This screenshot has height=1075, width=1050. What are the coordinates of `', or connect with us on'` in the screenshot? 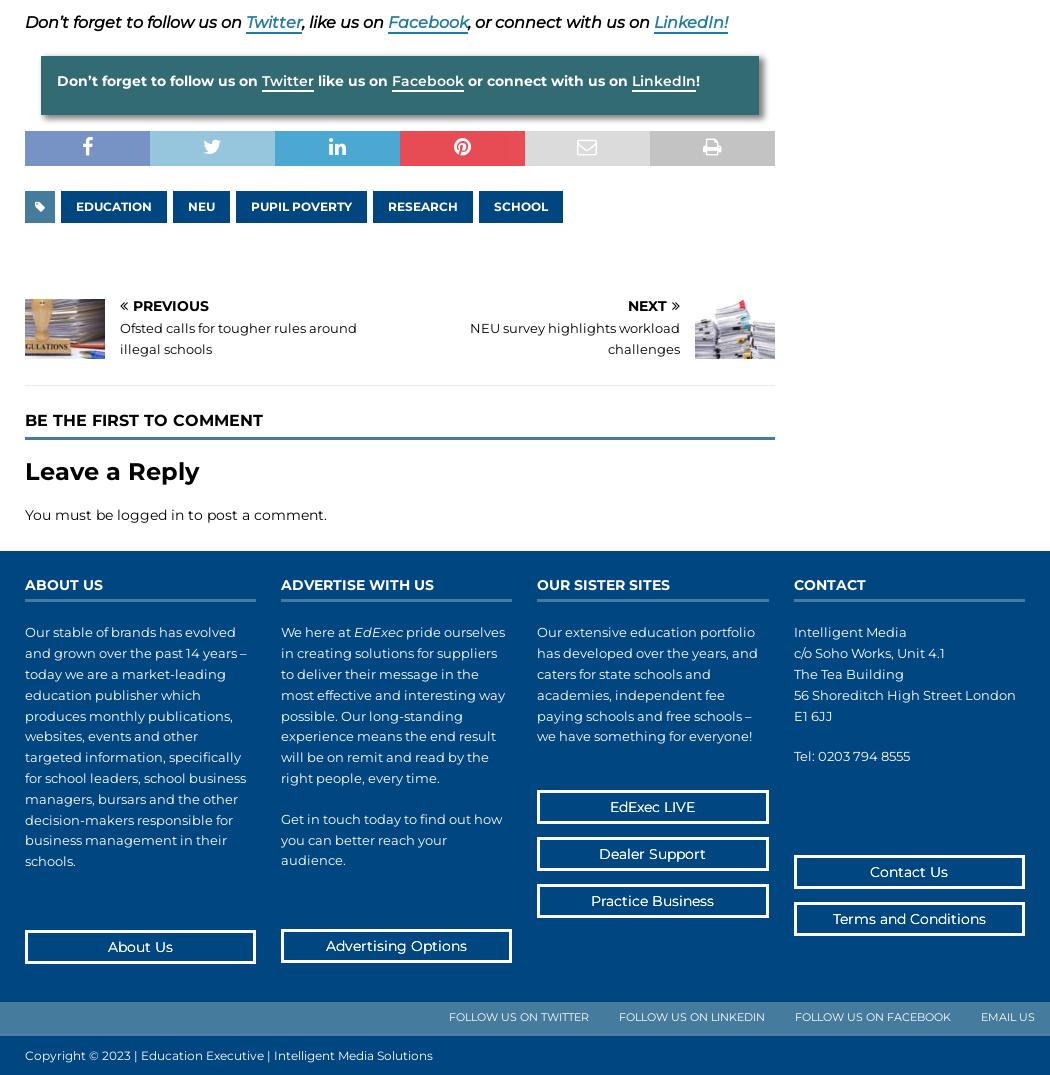 It's located at (467, 21).